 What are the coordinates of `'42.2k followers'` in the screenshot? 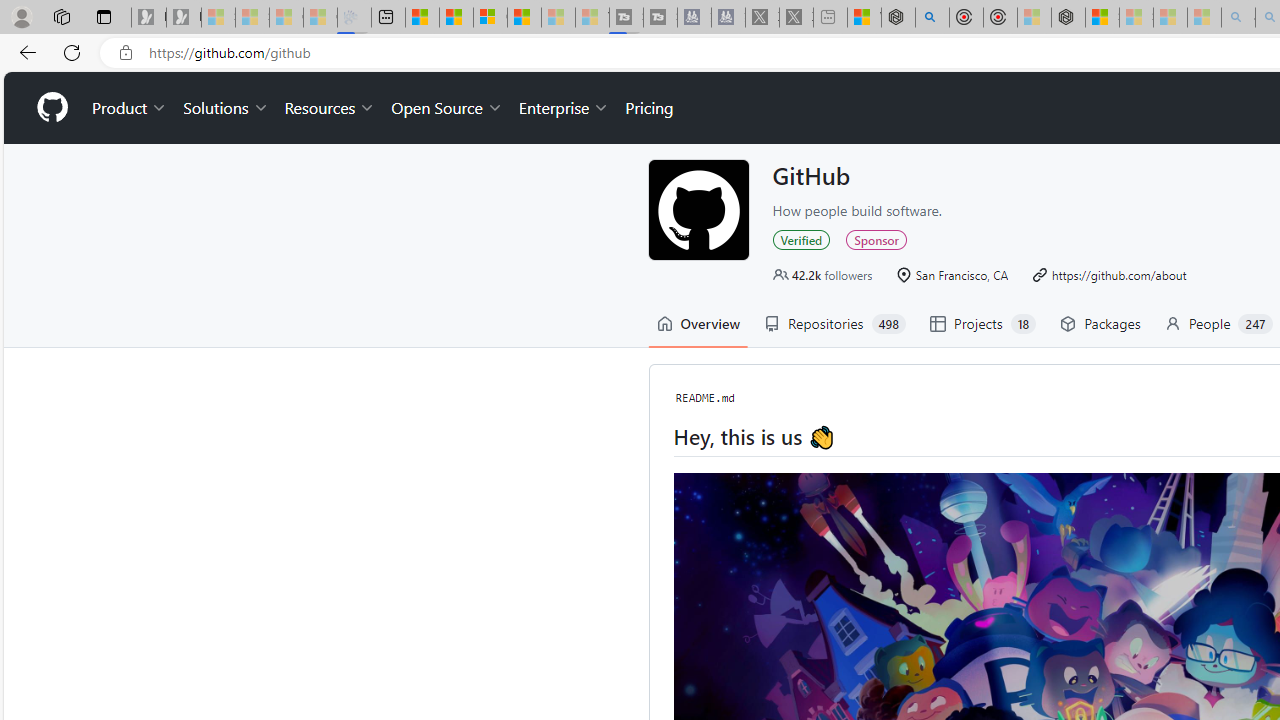 It's located at (822, 274).